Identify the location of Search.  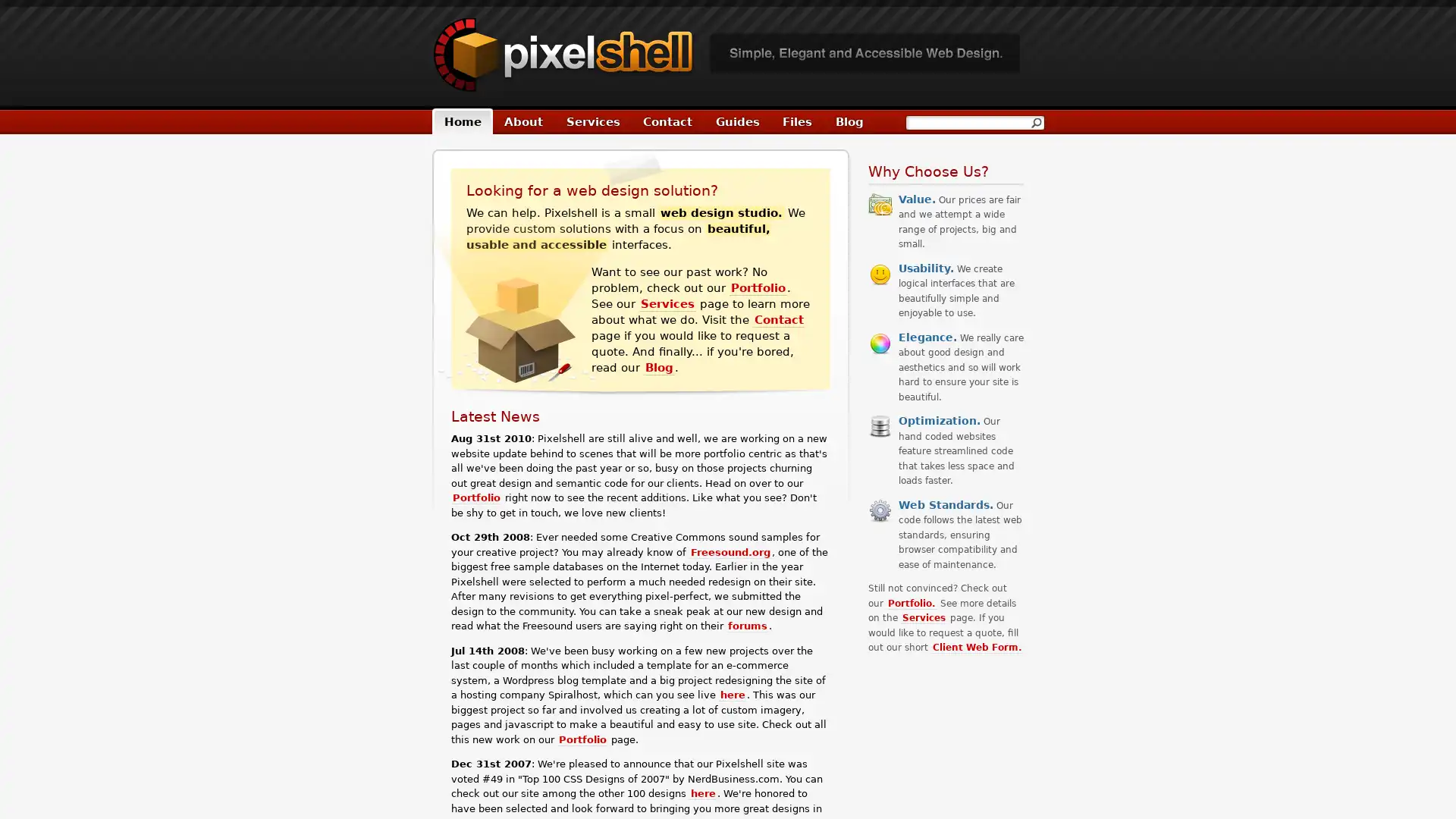
(1035, 121).